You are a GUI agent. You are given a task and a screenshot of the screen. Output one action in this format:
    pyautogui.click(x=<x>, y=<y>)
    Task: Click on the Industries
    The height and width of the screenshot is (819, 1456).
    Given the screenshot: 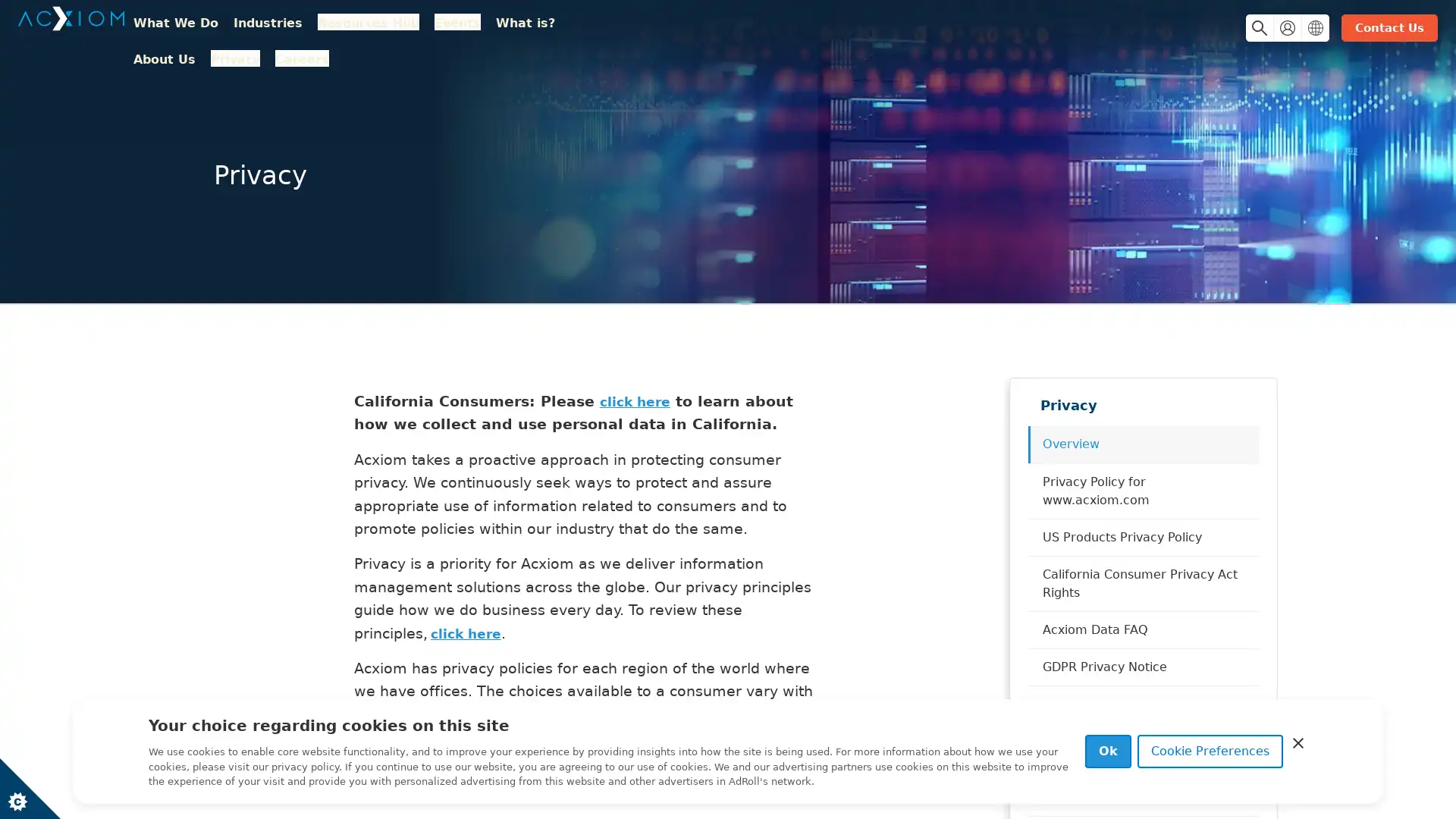 What is the action you would take?
    pyautogui.click(x=289, y=31)
    